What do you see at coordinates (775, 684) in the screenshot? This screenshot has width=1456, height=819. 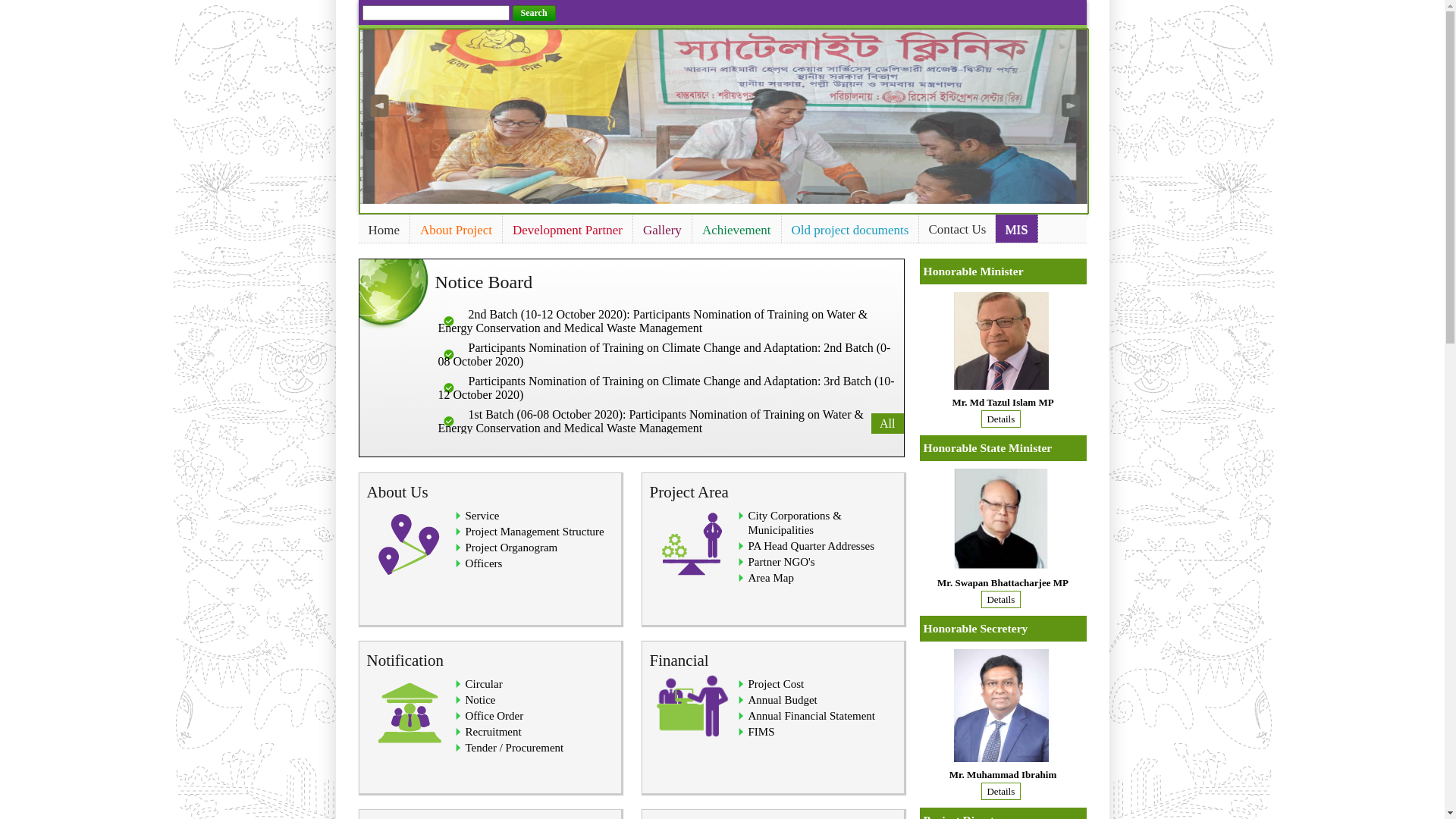 I see `'Project Cost'` at bounding box center [775, 684].